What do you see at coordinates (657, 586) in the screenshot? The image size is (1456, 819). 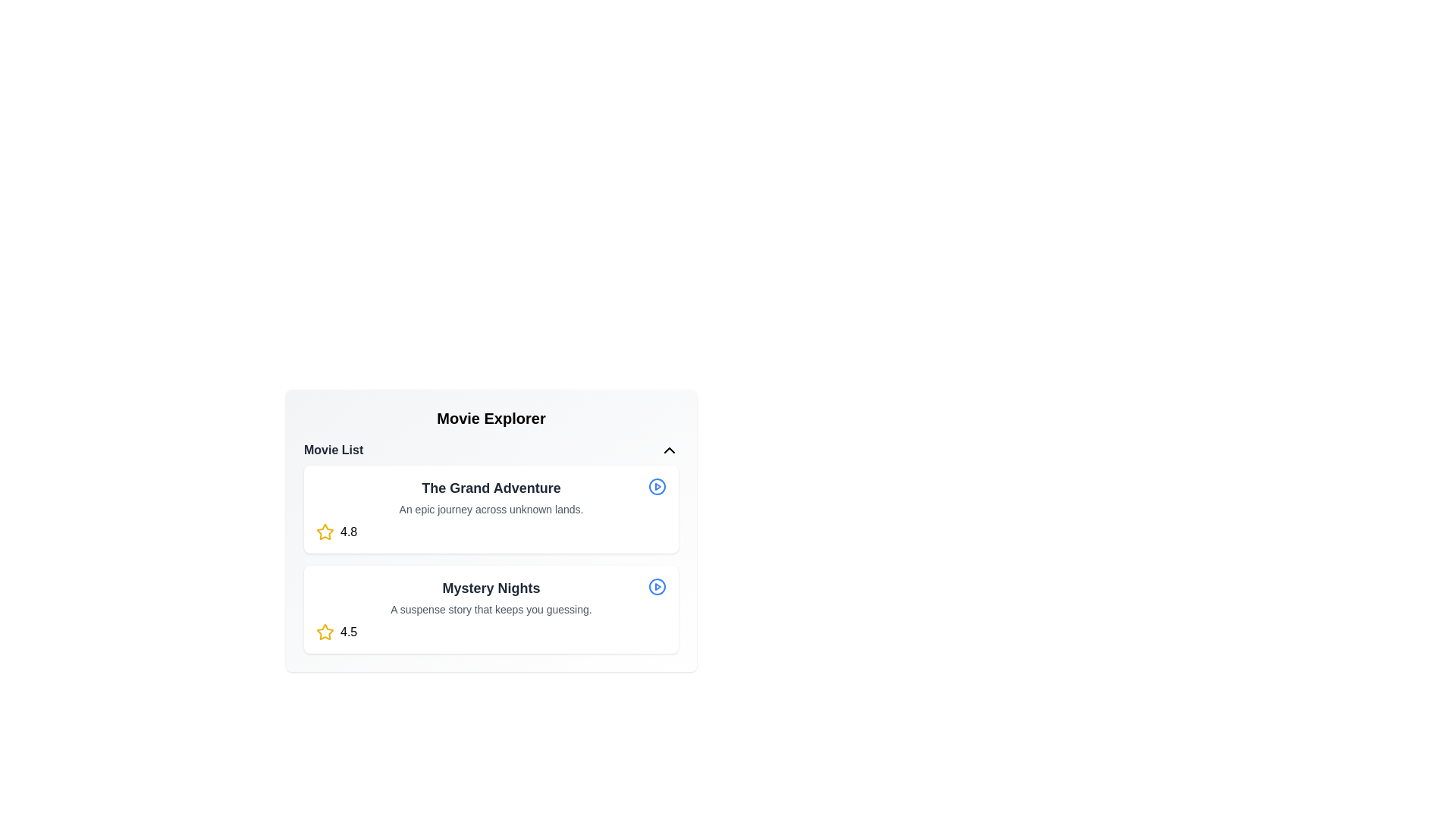 I see `play button for the movie titled Mystery Nights` at bounding box center [657, 586].